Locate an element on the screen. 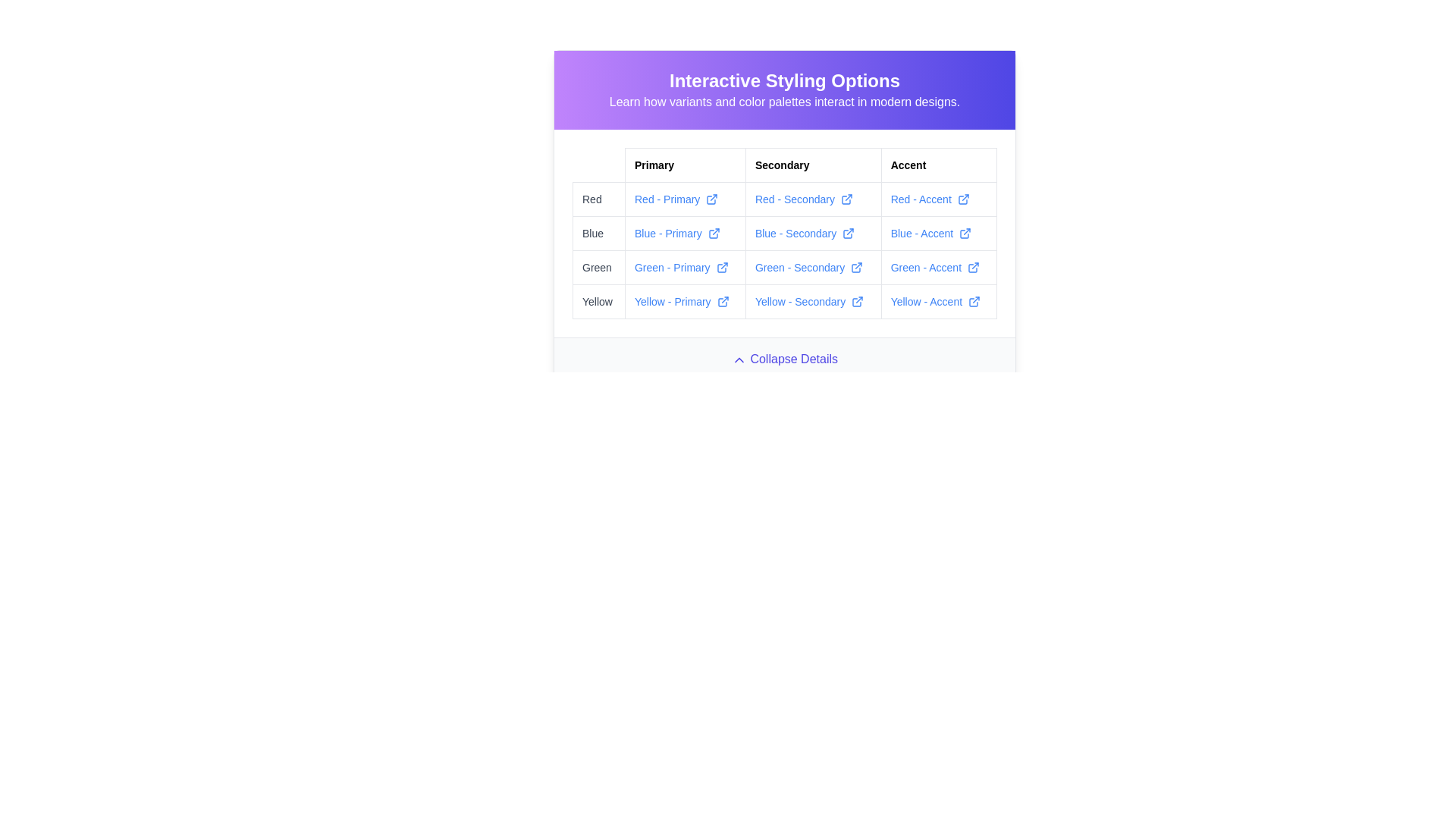 The height and width of the screenshot is (819, 1456). the clickable text label reading 'Yellow - Accent' styled with a blue hyperlink color is located at coordinates (938, 301).